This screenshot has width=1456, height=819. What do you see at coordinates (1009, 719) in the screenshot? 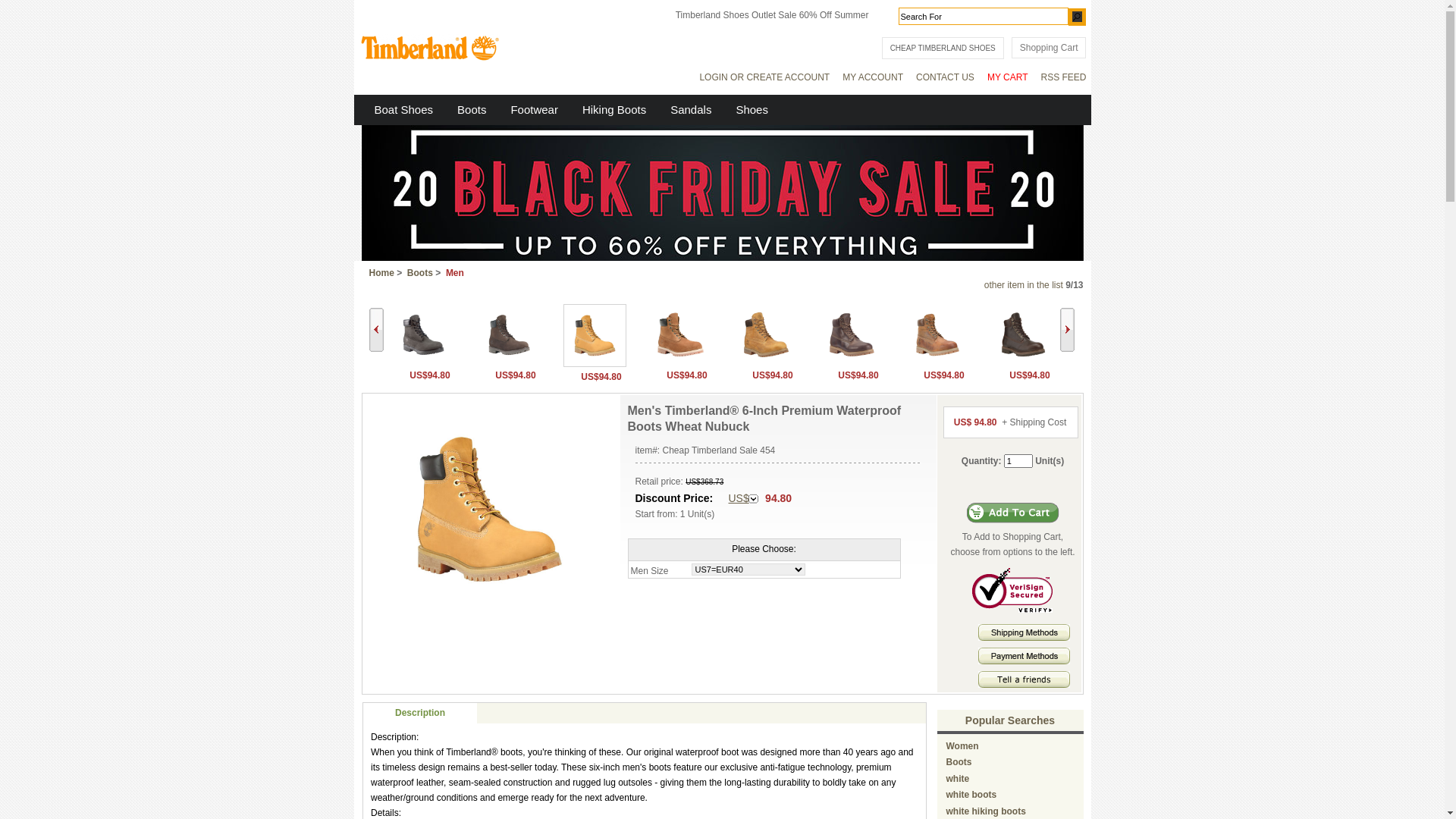
I see `'Popular Searches'` at bounding box center [1009, 719].